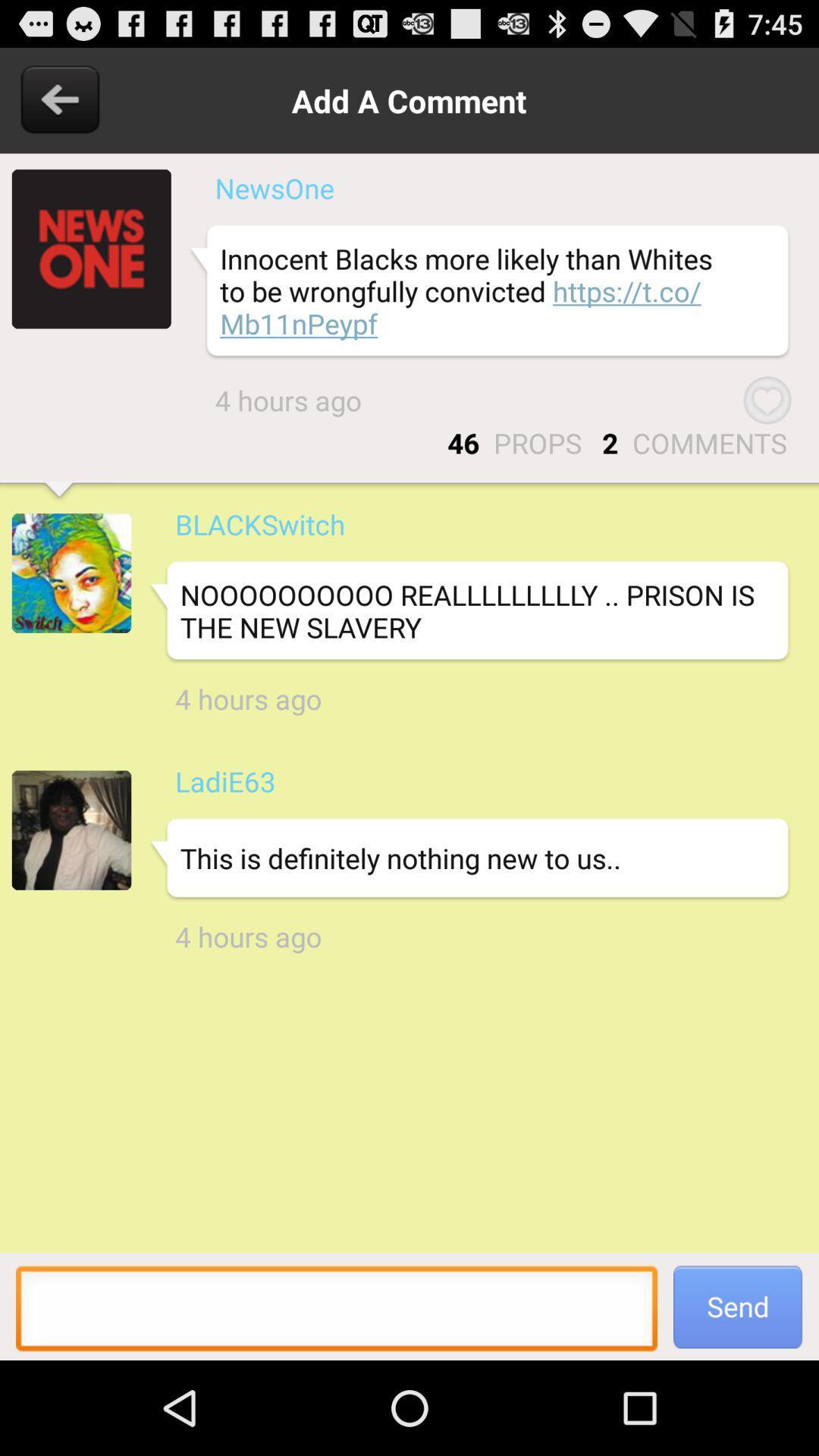 Image resolution: width=819 pixels, height=1456 pixels. What do you see at coordinates (91, 249) in the screenshot?
I see `news one` at bounding box center [91, 249].